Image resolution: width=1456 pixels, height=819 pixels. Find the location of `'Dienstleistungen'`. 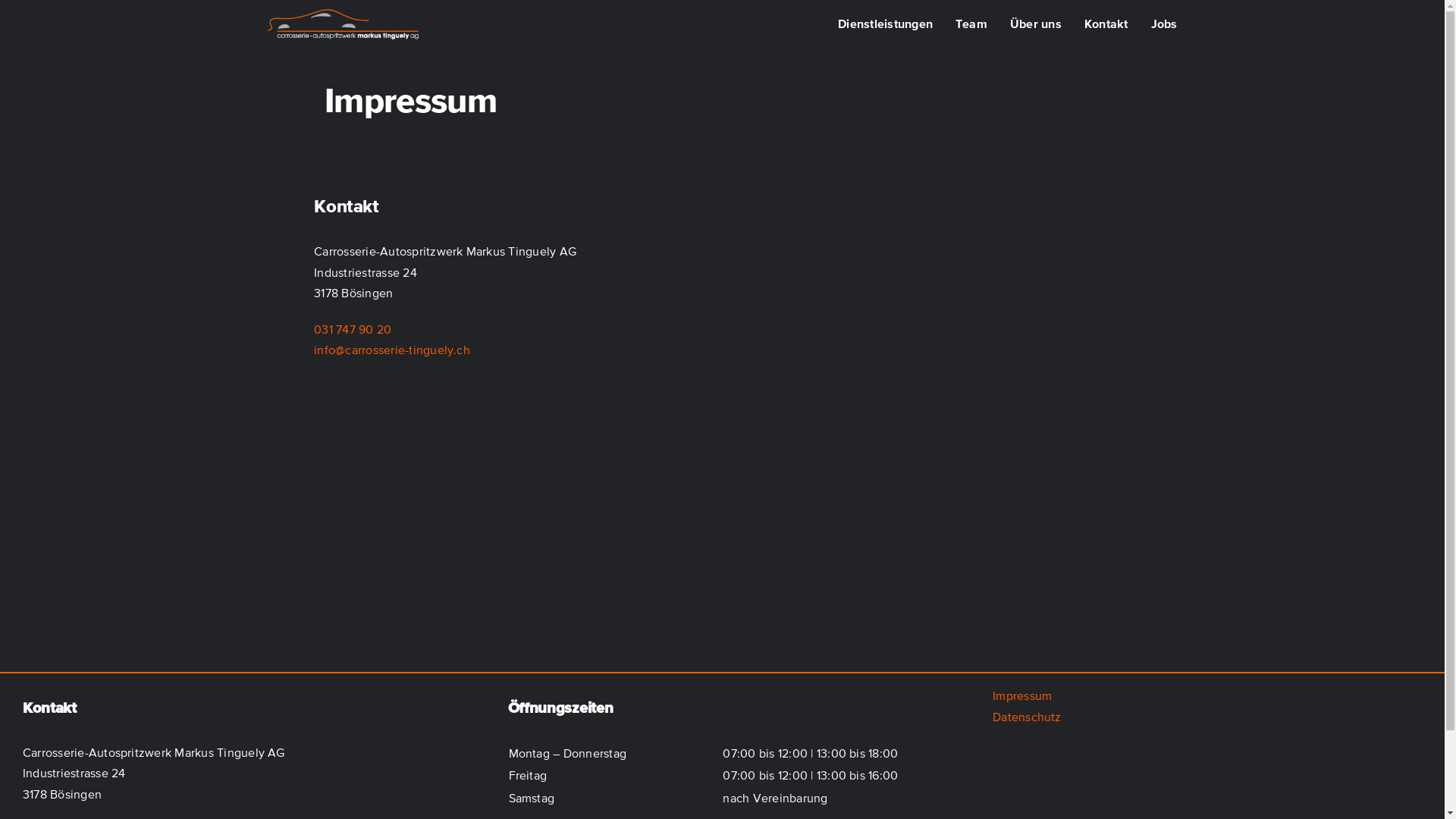

'Dienstleistungen' is located at coordinates (885, 24).